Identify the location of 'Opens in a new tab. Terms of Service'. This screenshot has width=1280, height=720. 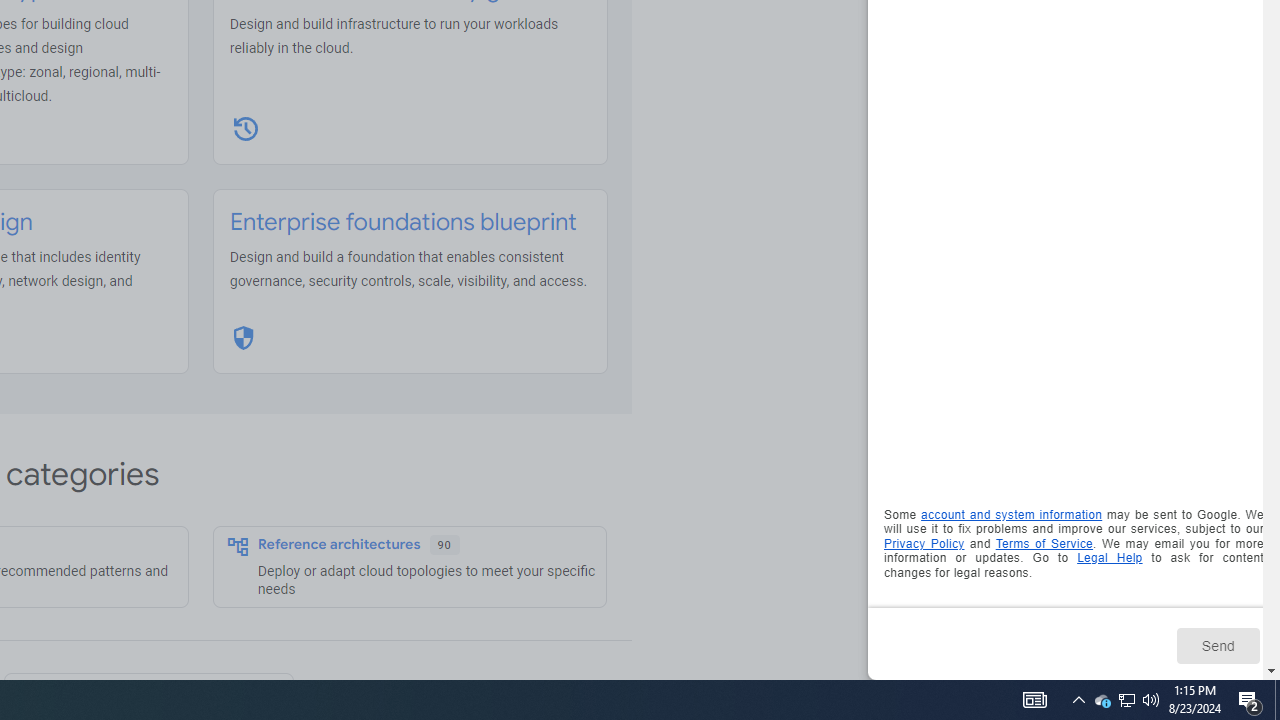
(1043, 543).